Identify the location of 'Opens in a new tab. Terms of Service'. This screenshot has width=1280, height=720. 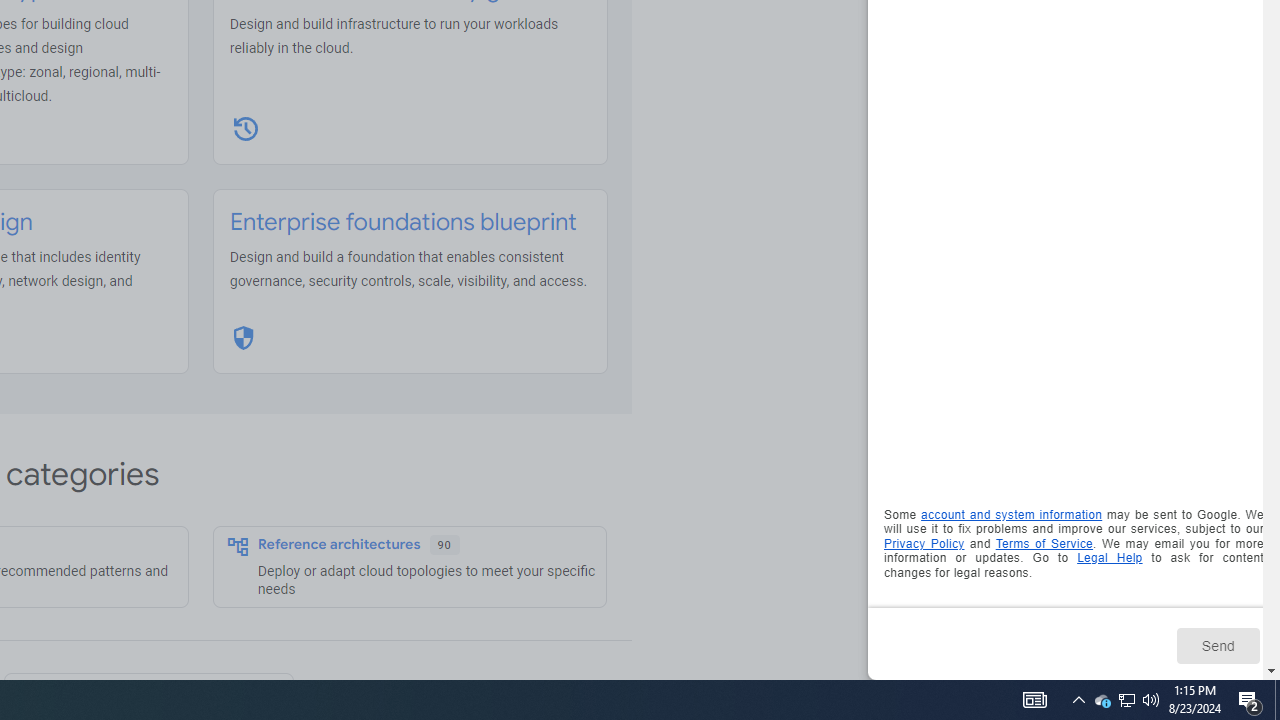
(1043, 543).